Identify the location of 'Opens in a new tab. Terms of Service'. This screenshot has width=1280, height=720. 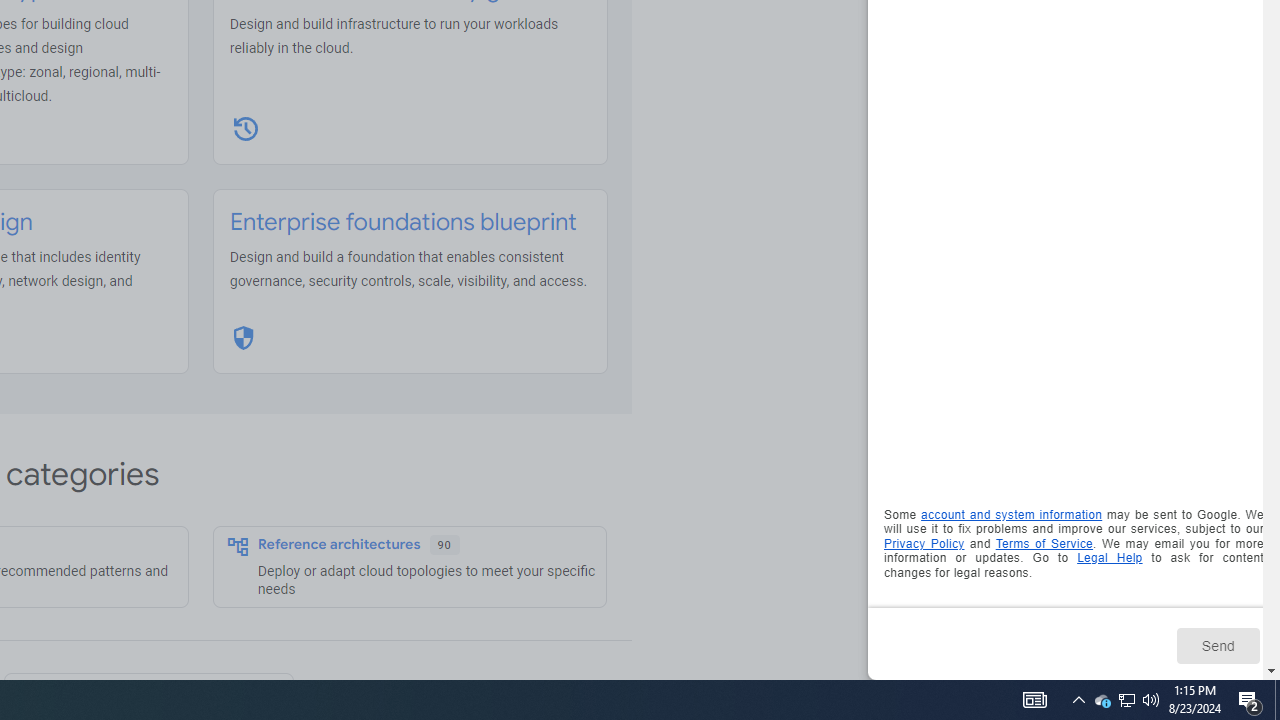
(1043, 543).